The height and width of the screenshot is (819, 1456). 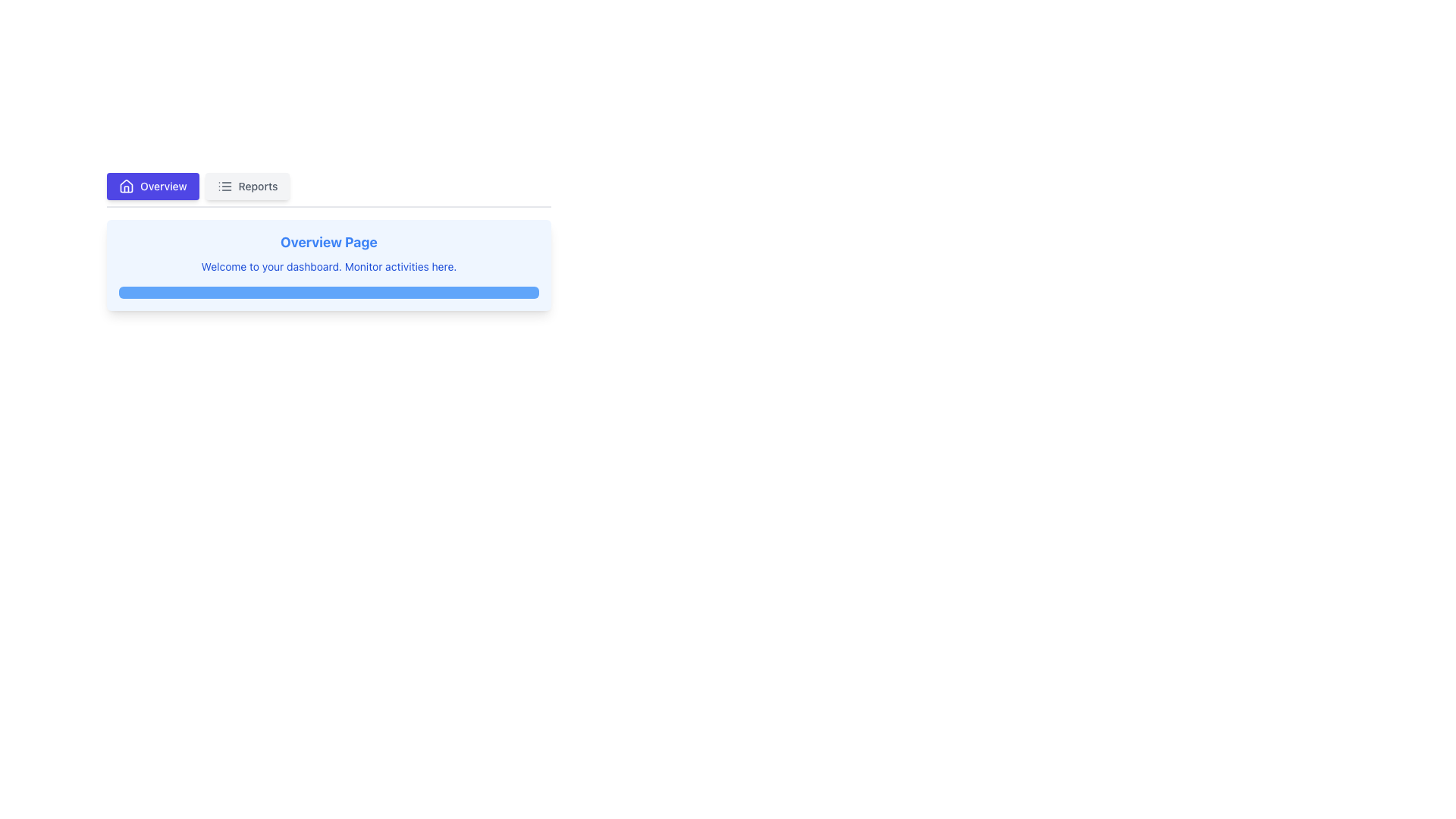 What do you see at coordinates (127, 186) in the screenshot?
I see `the house icon located in the 'Overview' tab, which is positioned to the left of the 'Overview' text and has a blue background` at bounding box center [127, 186].